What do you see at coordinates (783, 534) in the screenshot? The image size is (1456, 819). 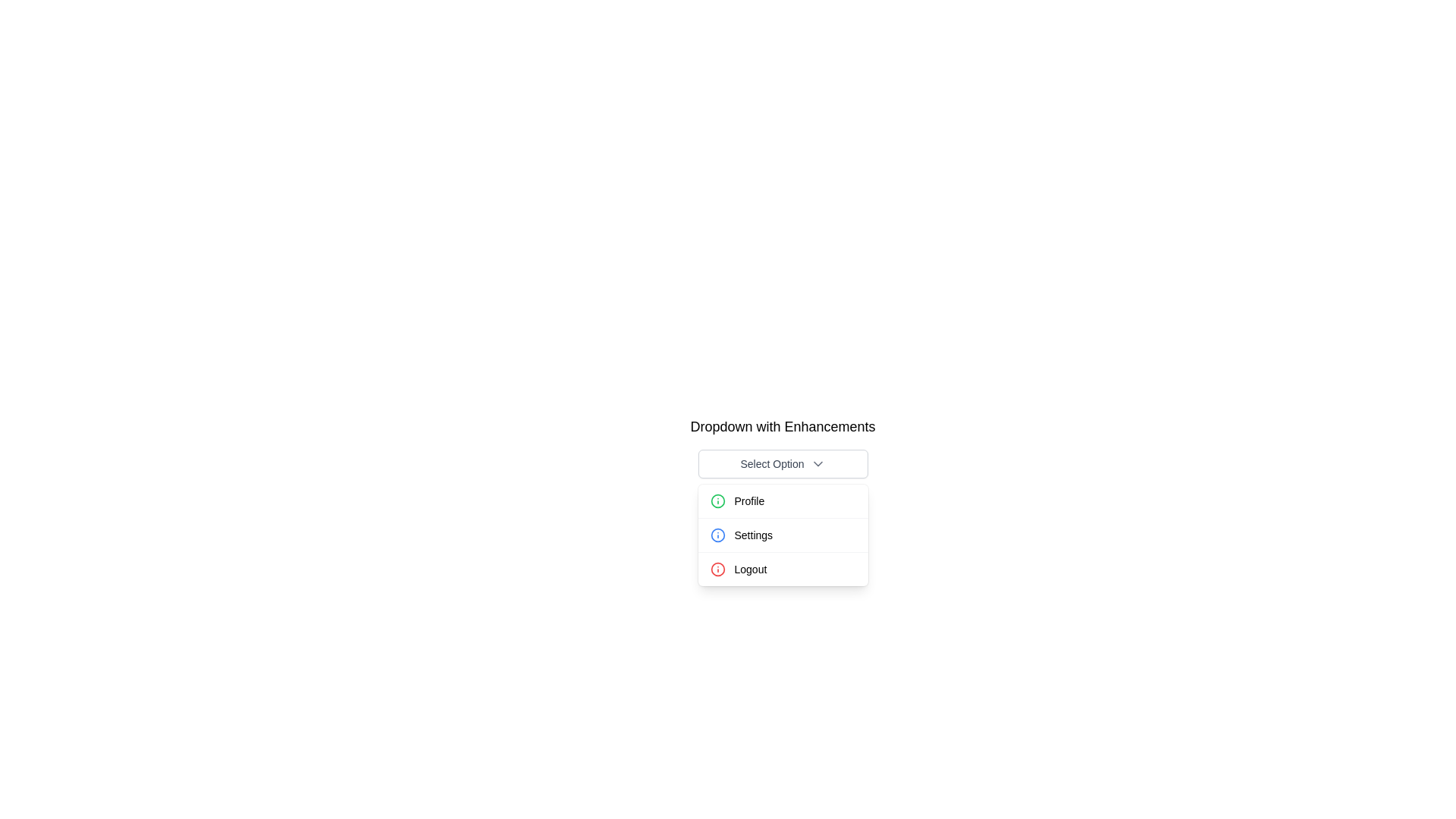 I see `the 'Settings' option` at bounding box center [783, 534].